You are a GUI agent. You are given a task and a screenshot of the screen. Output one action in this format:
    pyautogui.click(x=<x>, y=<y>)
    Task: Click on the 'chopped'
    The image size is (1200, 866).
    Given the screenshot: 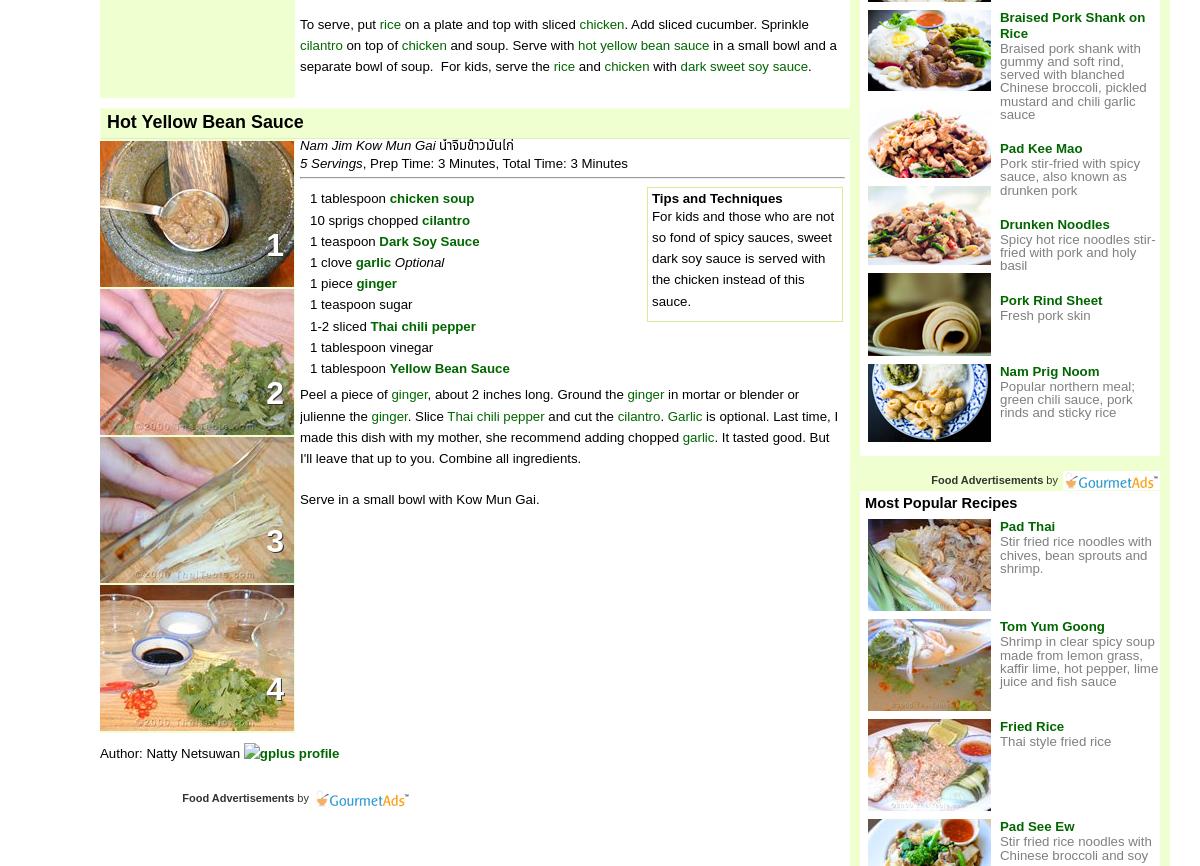 What is the action you would take?
    pyautogui.click(x=394, y=218)
    